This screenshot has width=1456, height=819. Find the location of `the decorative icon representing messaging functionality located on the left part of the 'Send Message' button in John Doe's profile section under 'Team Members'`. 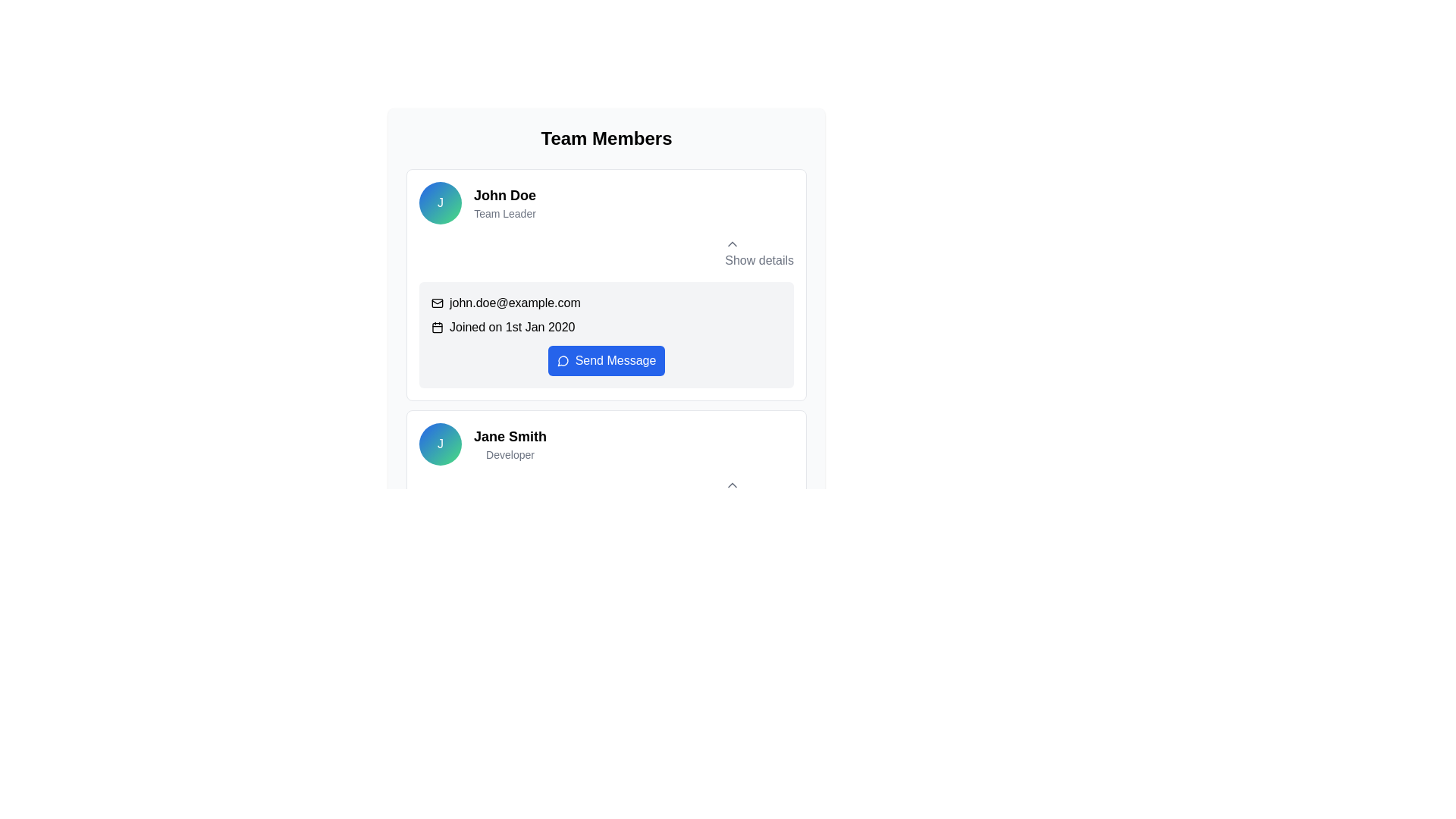

the decorative icon representing messaging functionality located on the left part of the 'Send Message' button in John Doe's profile section under 'Team Members' is located at coordinates (562, 360).